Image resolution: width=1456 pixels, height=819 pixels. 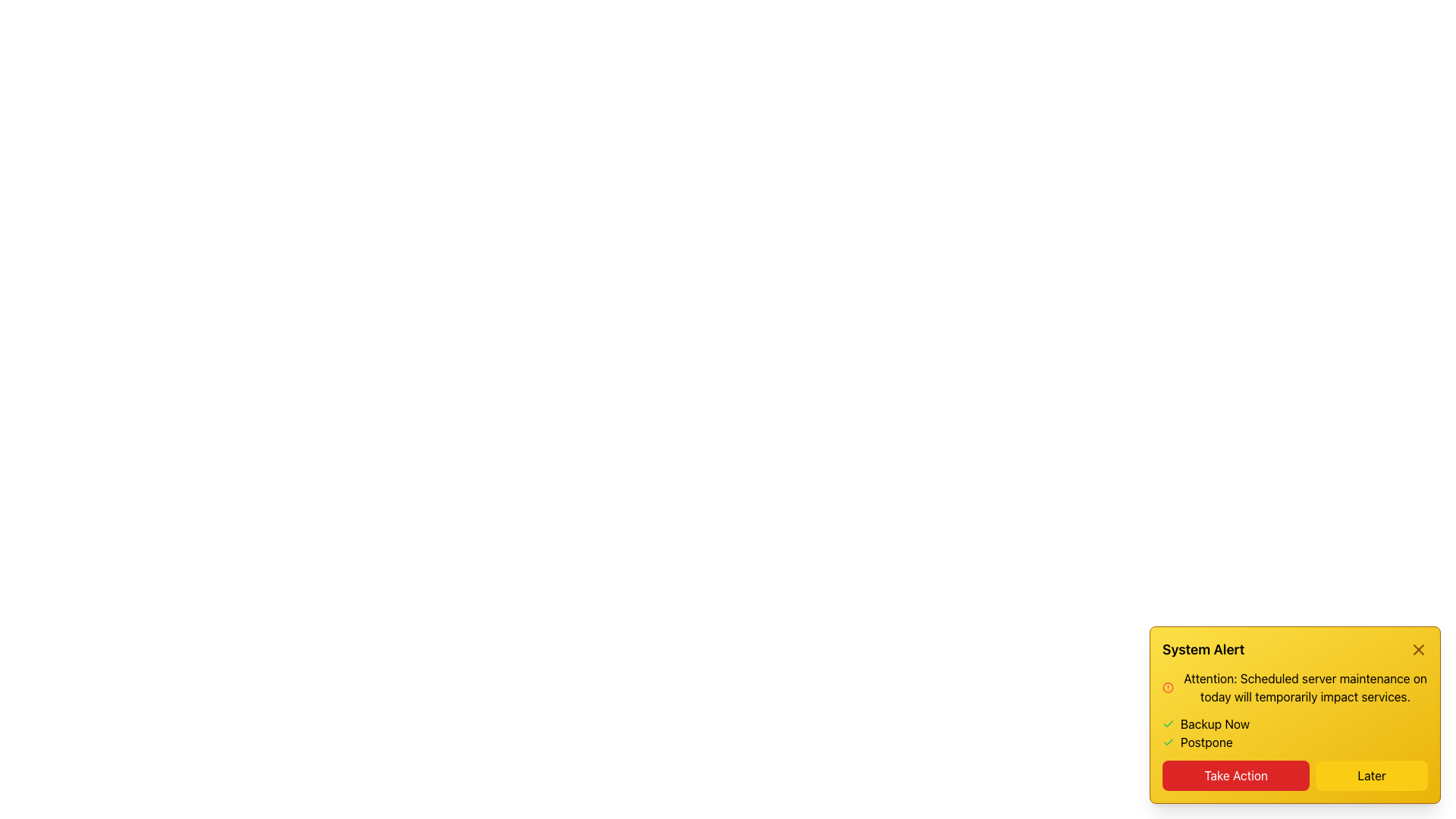 What do you see at coordinates (1418, 648) in the screenshot?
I see `the red 'X' button located in the top-right corner of the 'System Alert' notification panel` at bounding box center [1418, 648].